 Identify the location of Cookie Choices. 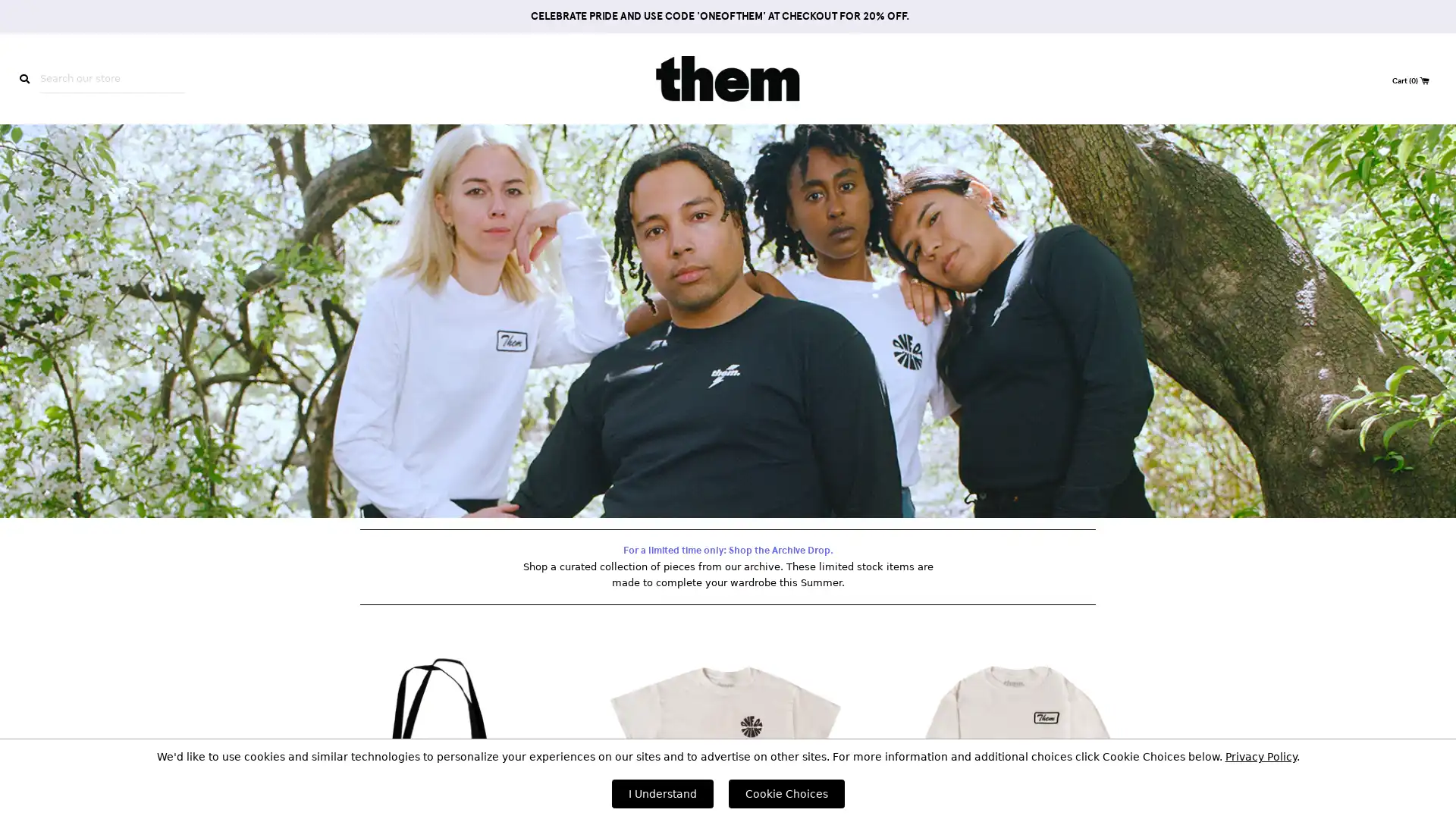
(786, 792).